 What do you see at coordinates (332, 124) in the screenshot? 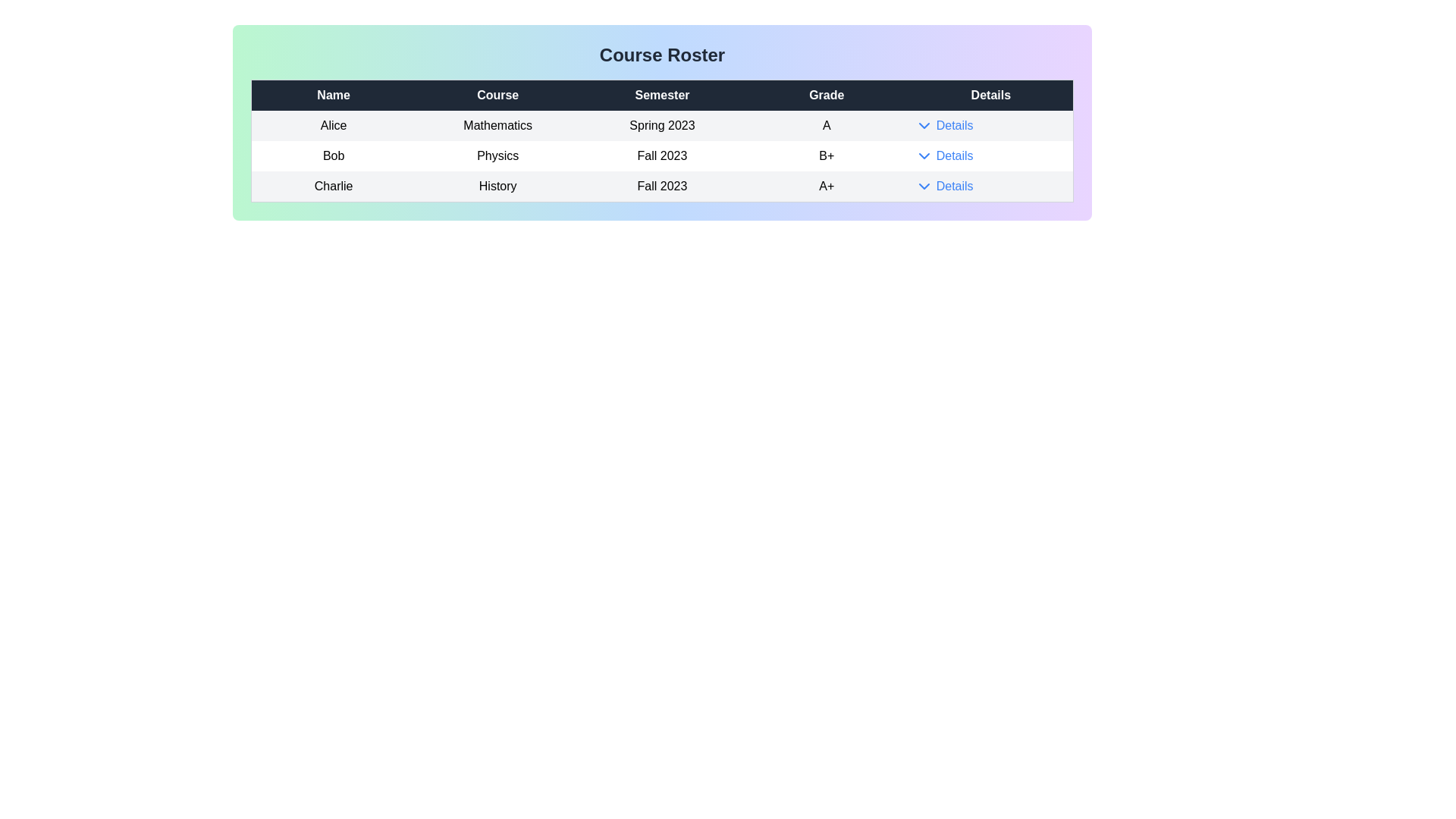
I see `the text label that reads 'Alice', which is centrally aligned in the first row of the table under the 'Name' column` at bounding box center [332, 124].